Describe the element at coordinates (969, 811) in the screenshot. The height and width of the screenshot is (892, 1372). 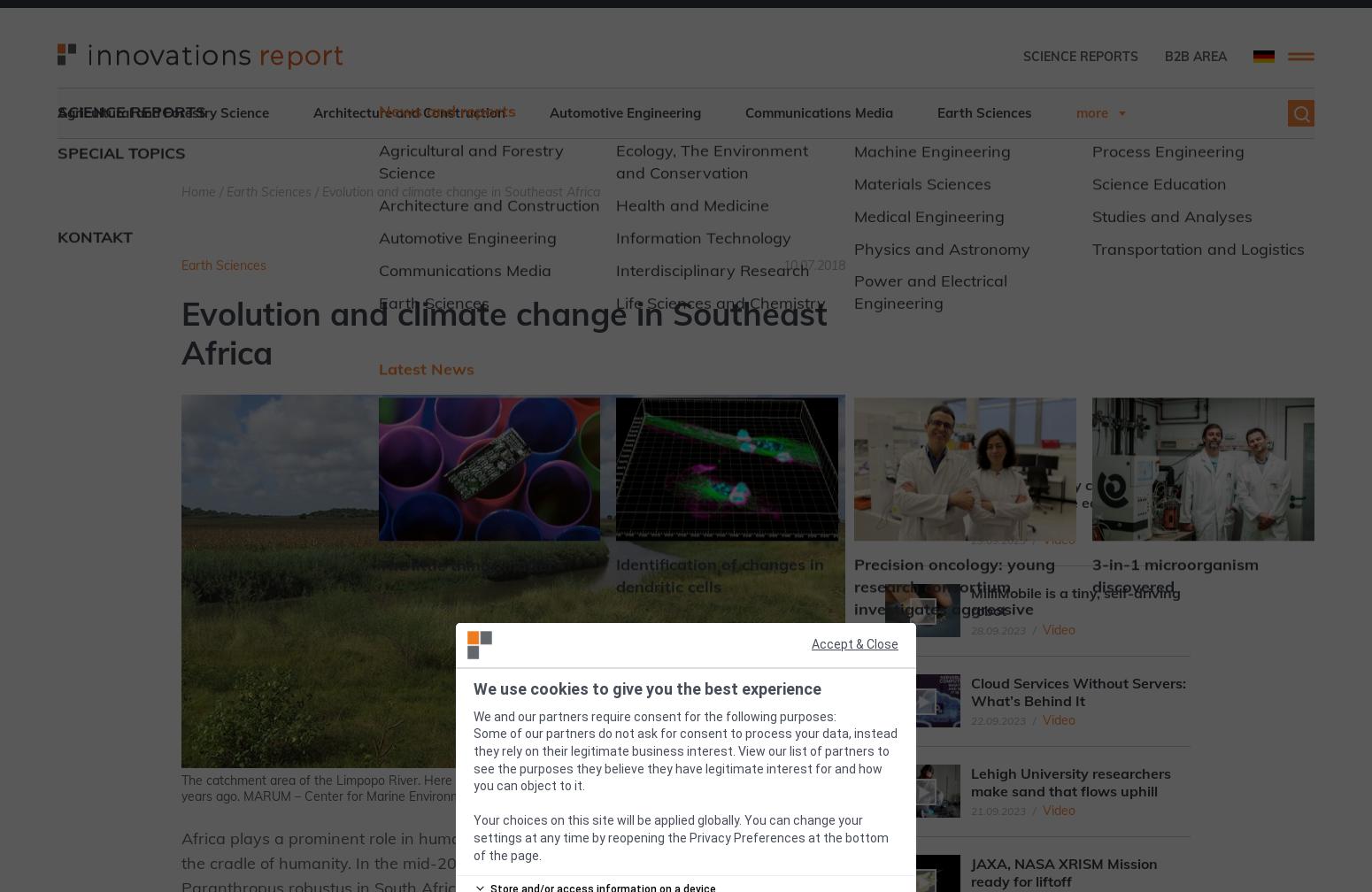
I see `'21.09.2023'` at that location.